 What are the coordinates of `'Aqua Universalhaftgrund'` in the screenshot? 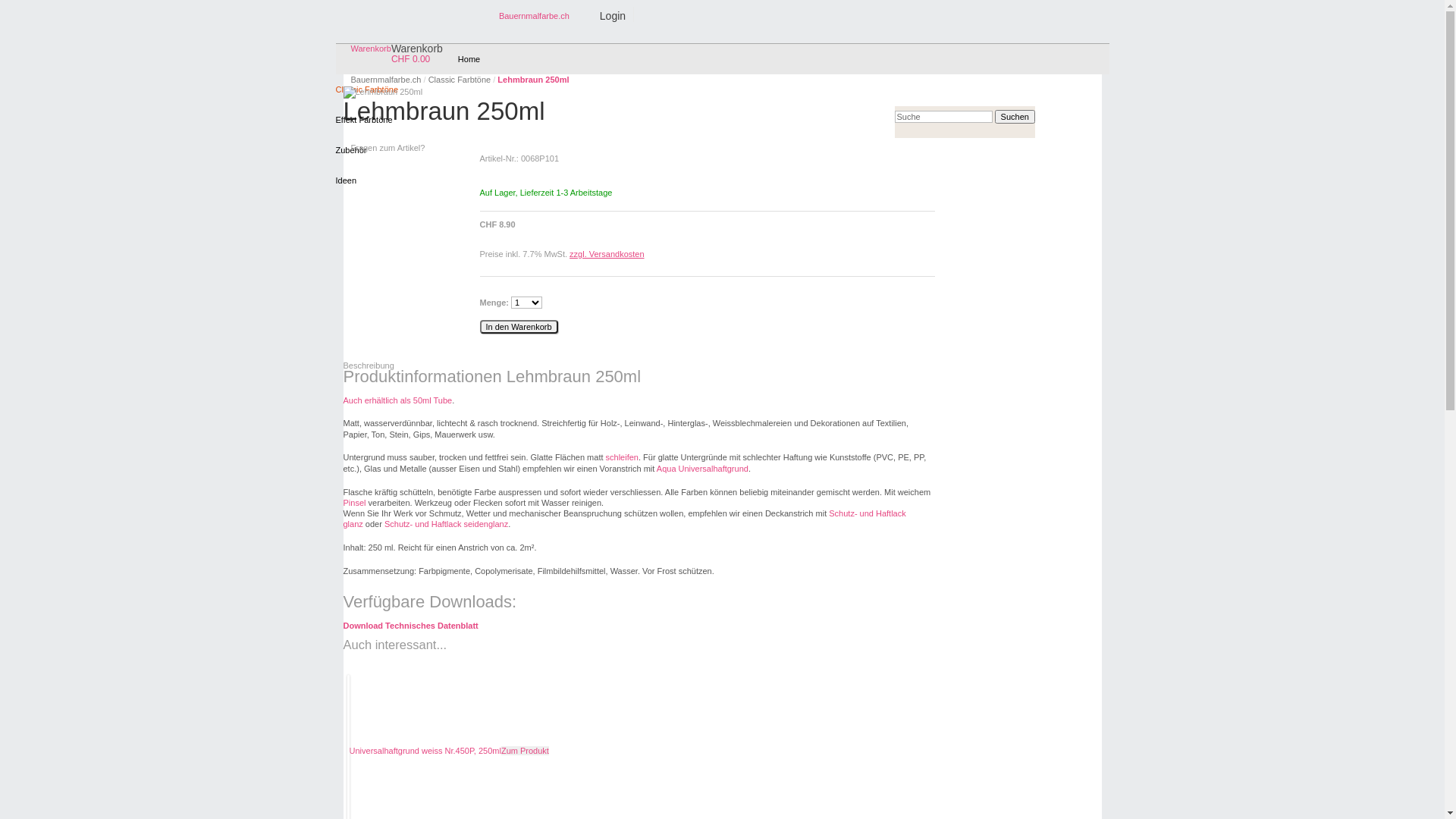 It's located at (701, 467).